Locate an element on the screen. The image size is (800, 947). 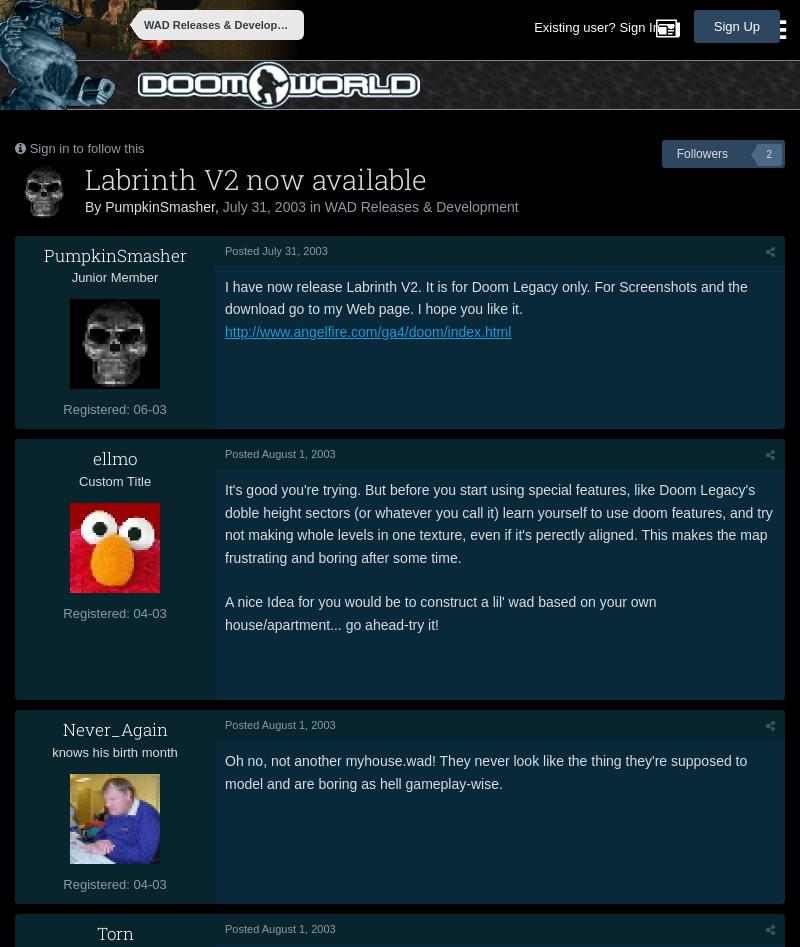
'Followers' is located at coordinates (701, 152).